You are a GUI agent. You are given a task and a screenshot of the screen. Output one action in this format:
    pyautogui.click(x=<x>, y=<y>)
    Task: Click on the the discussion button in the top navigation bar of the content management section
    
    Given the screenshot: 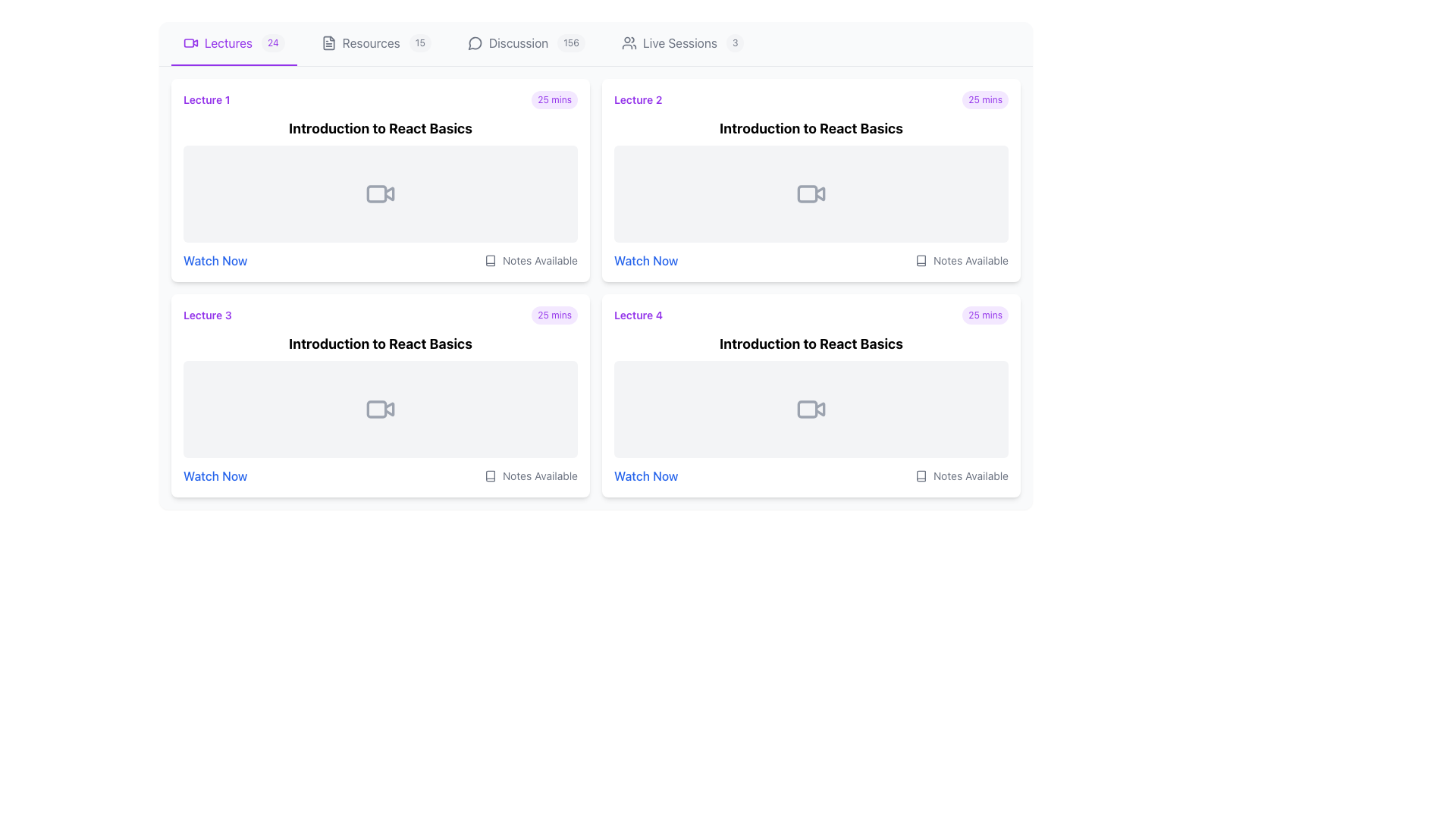 What is the action you would take?
    pyautogui.click(x=526, y=42)
    